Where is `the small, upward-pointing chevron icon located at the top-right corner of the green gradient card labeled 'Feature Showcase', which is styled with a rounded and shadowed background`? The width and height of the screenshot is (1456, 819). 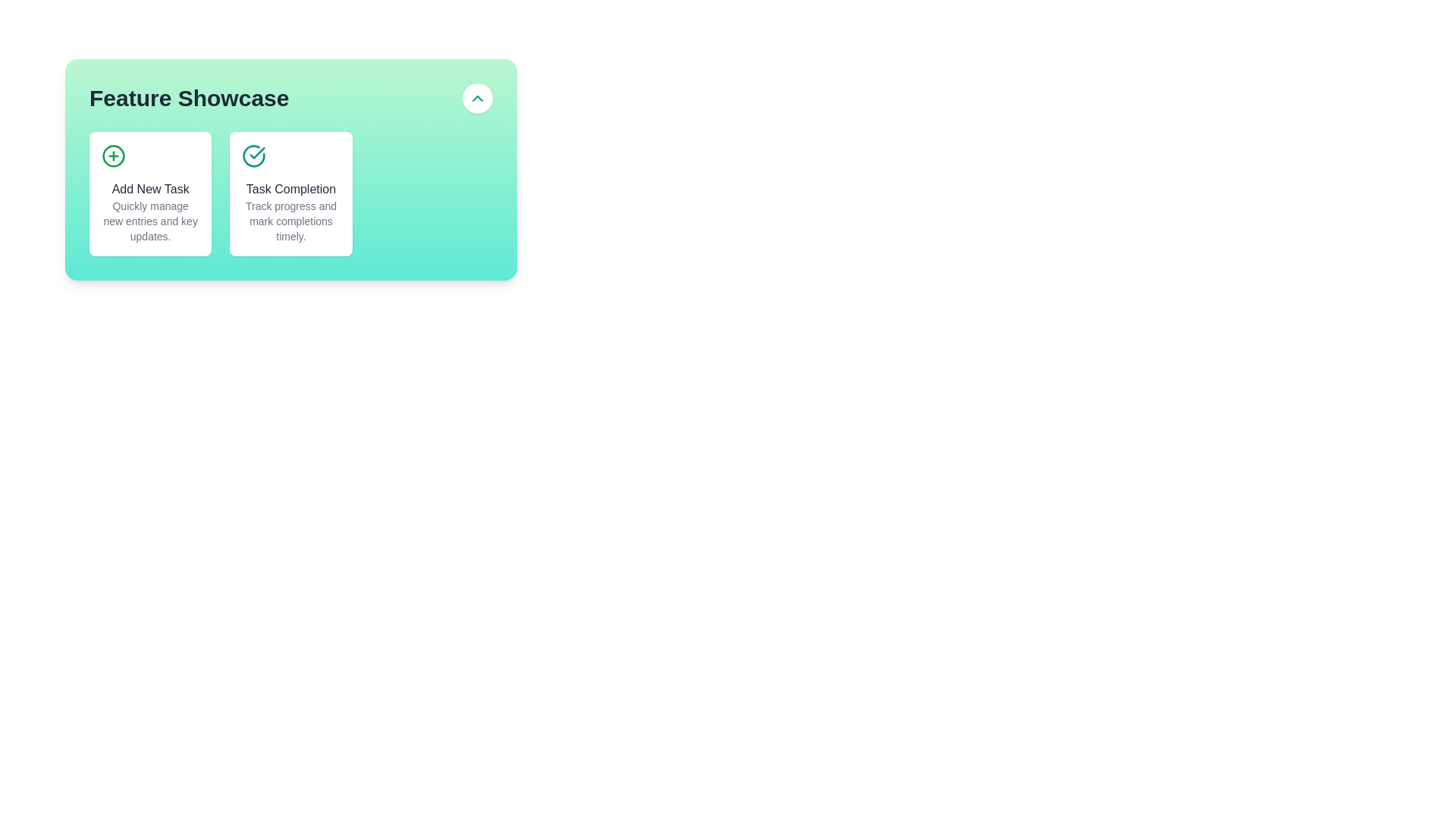 the small, upward-pointing chevron icon located at the top-right corner of the green gradient card labeled 'Feature Showcase', which is styled with a rounded and shadowed background is located at coordinates (476, 99).